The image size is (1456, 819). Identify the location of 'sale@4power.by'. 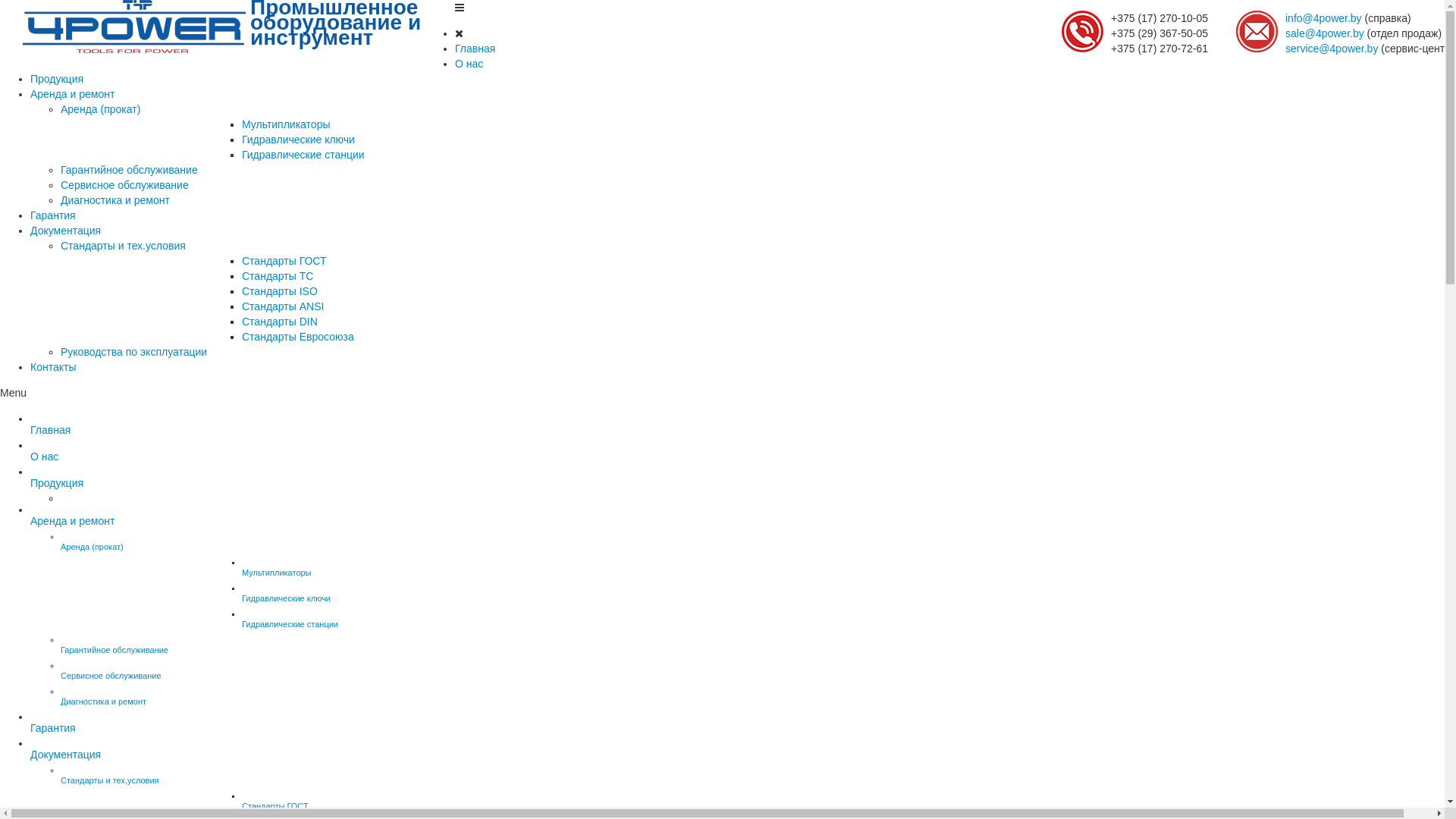
(1324, 33).